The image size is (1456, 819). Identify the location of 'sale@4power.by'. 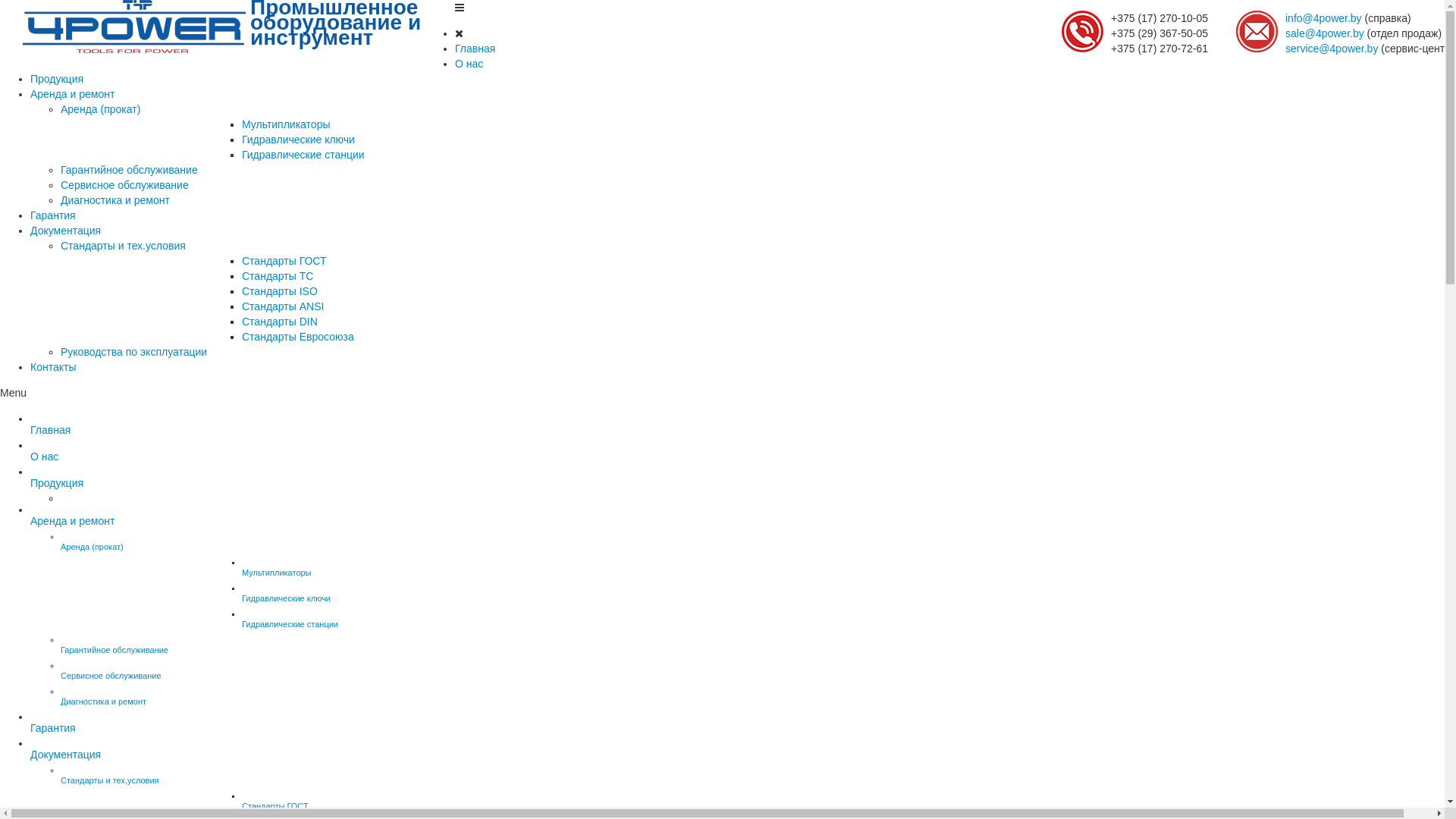
(1324, 33).